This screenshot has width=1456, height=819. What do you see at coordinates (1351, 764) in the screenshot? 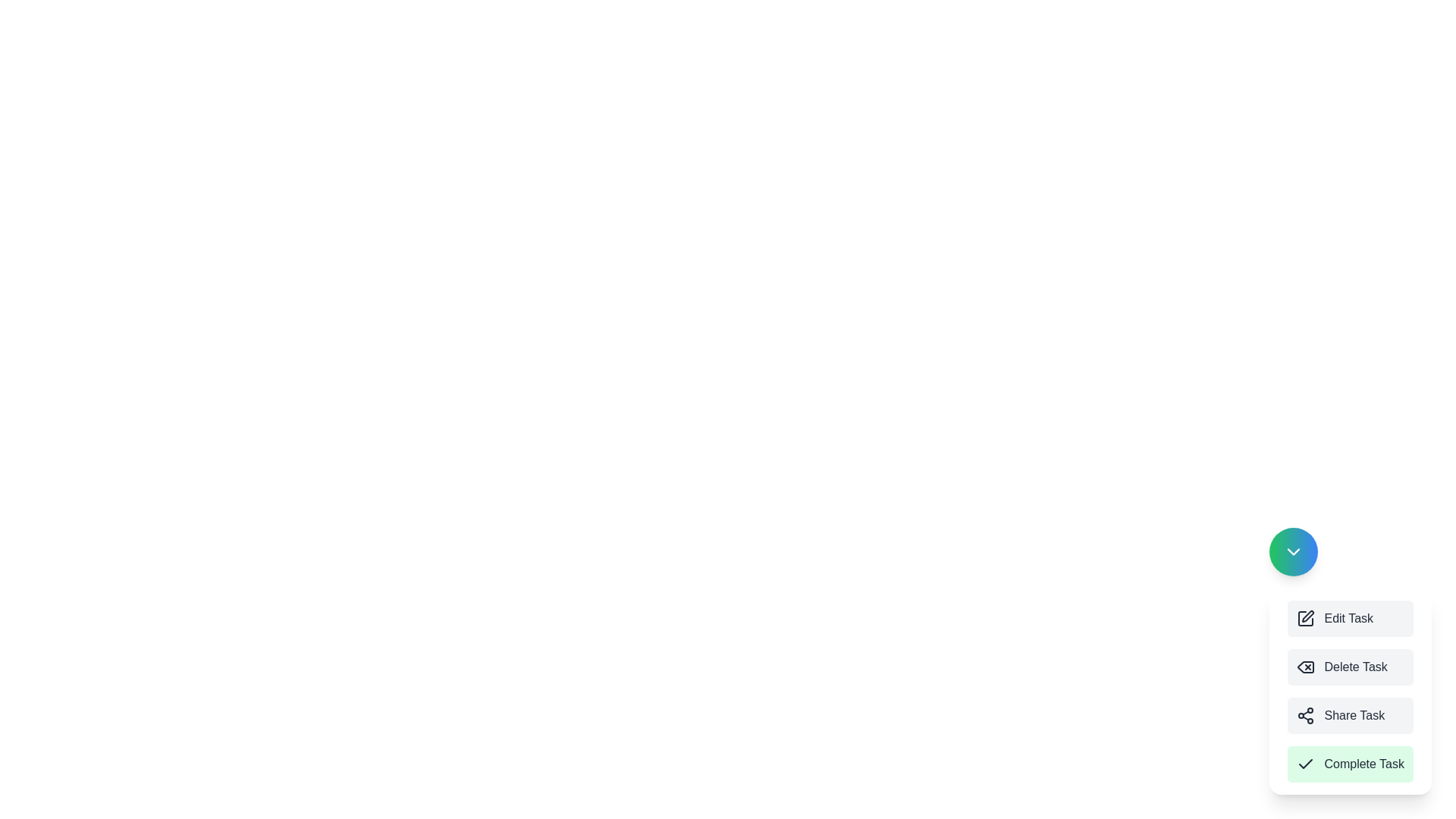
I see `the button labeled Complete Task to observe the hover effect` at bounding box center [1351, 764].